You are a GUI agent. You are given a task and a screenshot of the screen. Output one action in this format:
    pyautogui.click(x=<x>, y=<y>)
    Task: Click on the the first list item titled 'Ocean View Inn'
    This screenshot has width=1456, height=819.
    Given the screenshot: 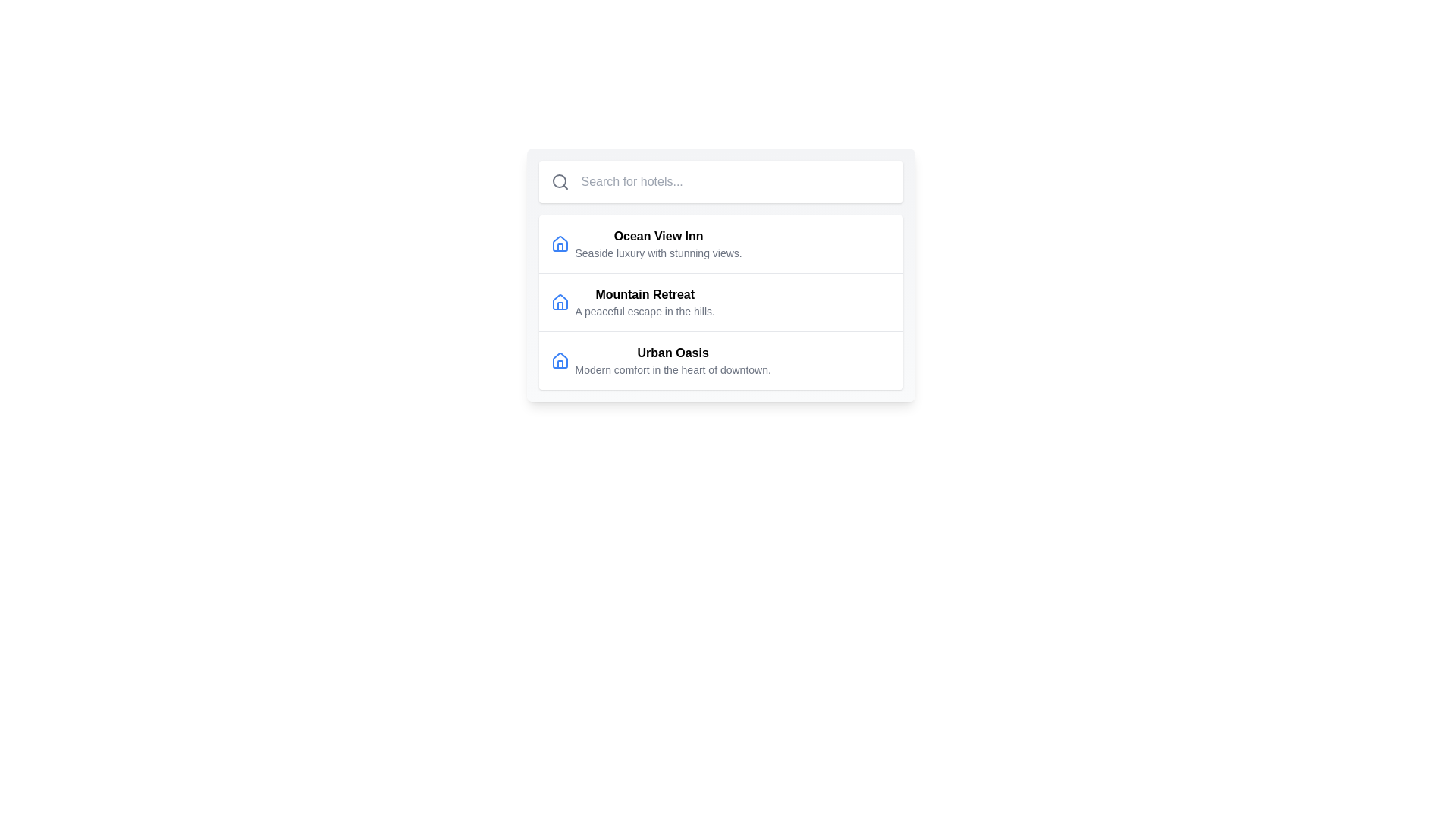 What is the action you would take?
    pyautogui.click(x=720, y=243)
    